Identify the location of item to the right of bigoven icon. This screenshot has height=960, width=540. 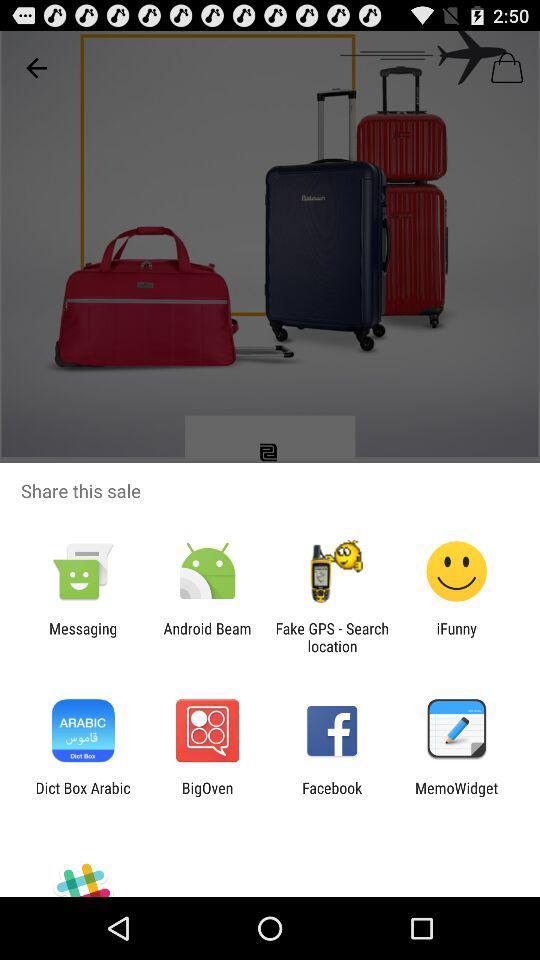
(332, 796).